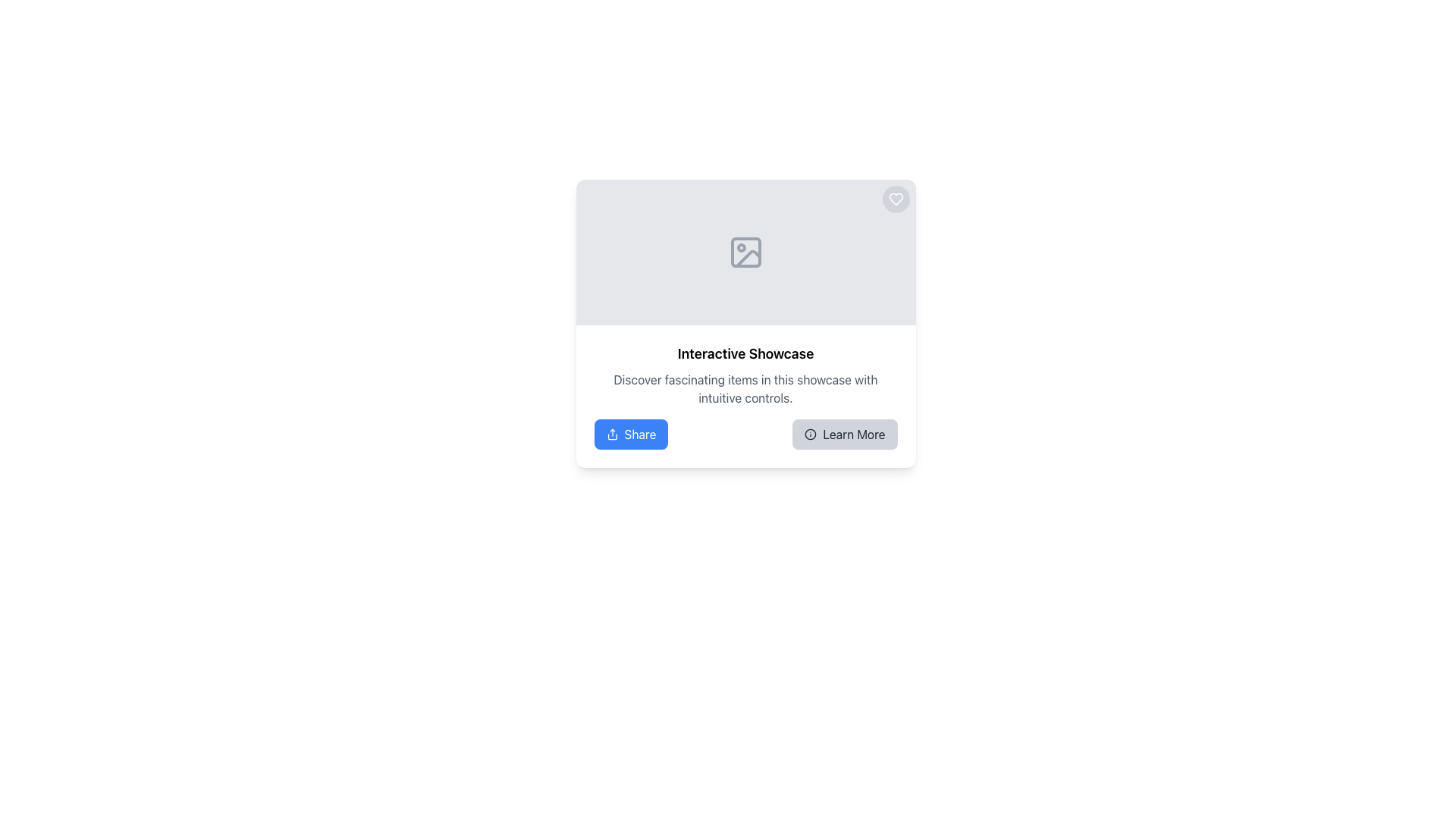 Image resolution: width=1456 pixels, height=819 pixels. I want to click on the heart-shaped icon with a hollow interior located at the top-right corner of the gray circular button in the card's header area, so click(896, 198).